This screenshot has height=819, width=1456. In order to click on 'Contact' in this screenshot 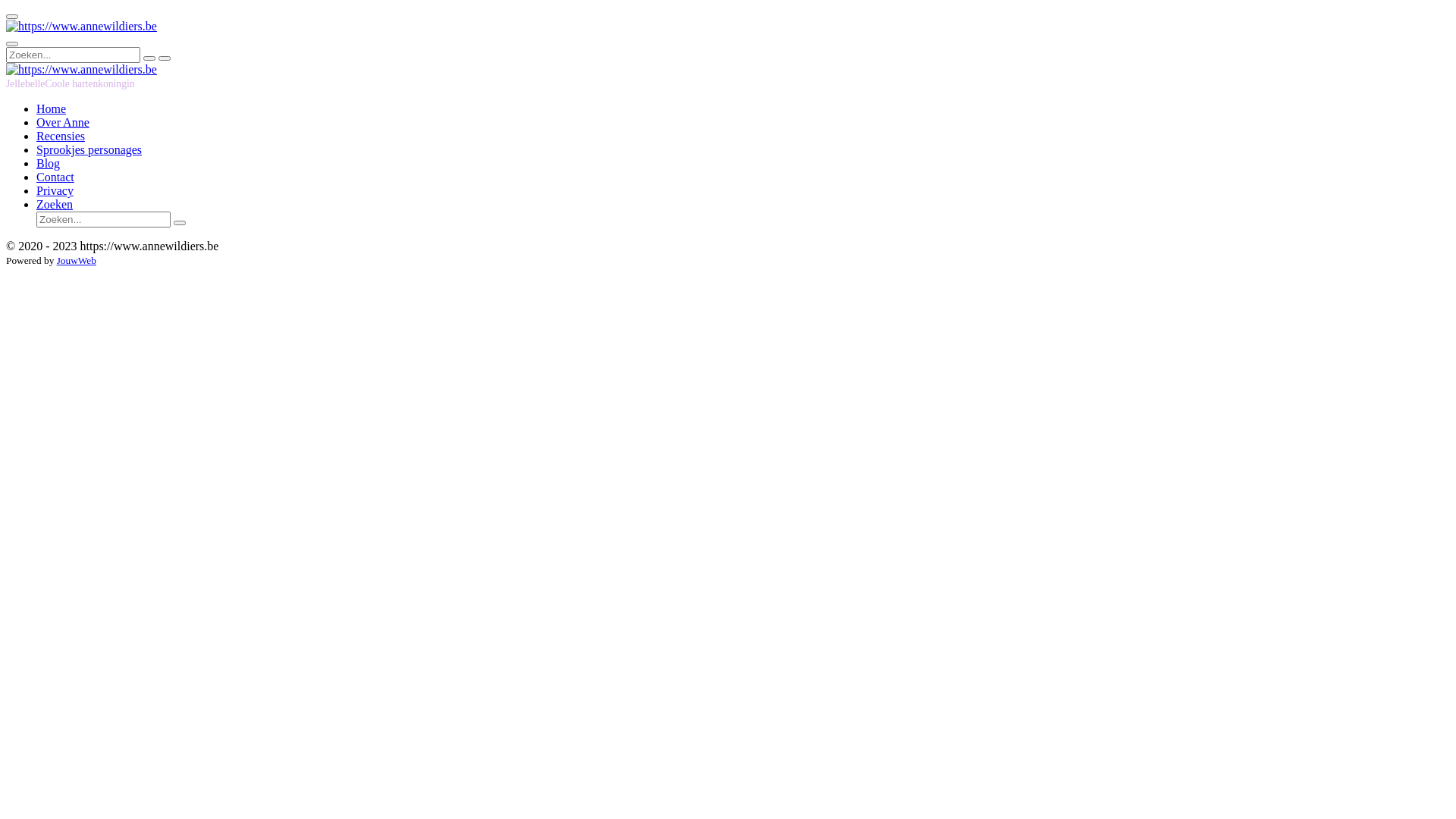, I will do `click(55, 176)`.